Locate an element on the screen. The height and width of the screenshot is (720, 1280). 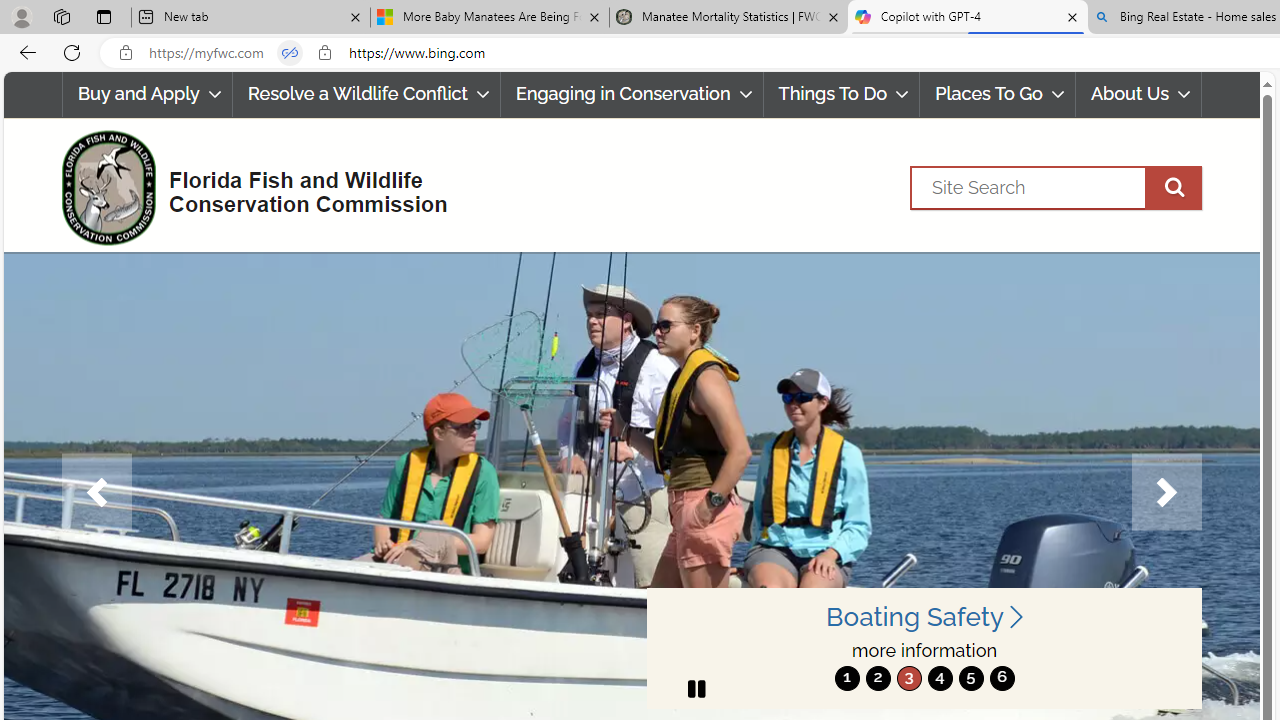
'FWC Logo Florida Fish and Wildlife Conservation Commission' is located at coordinates (245, 185).